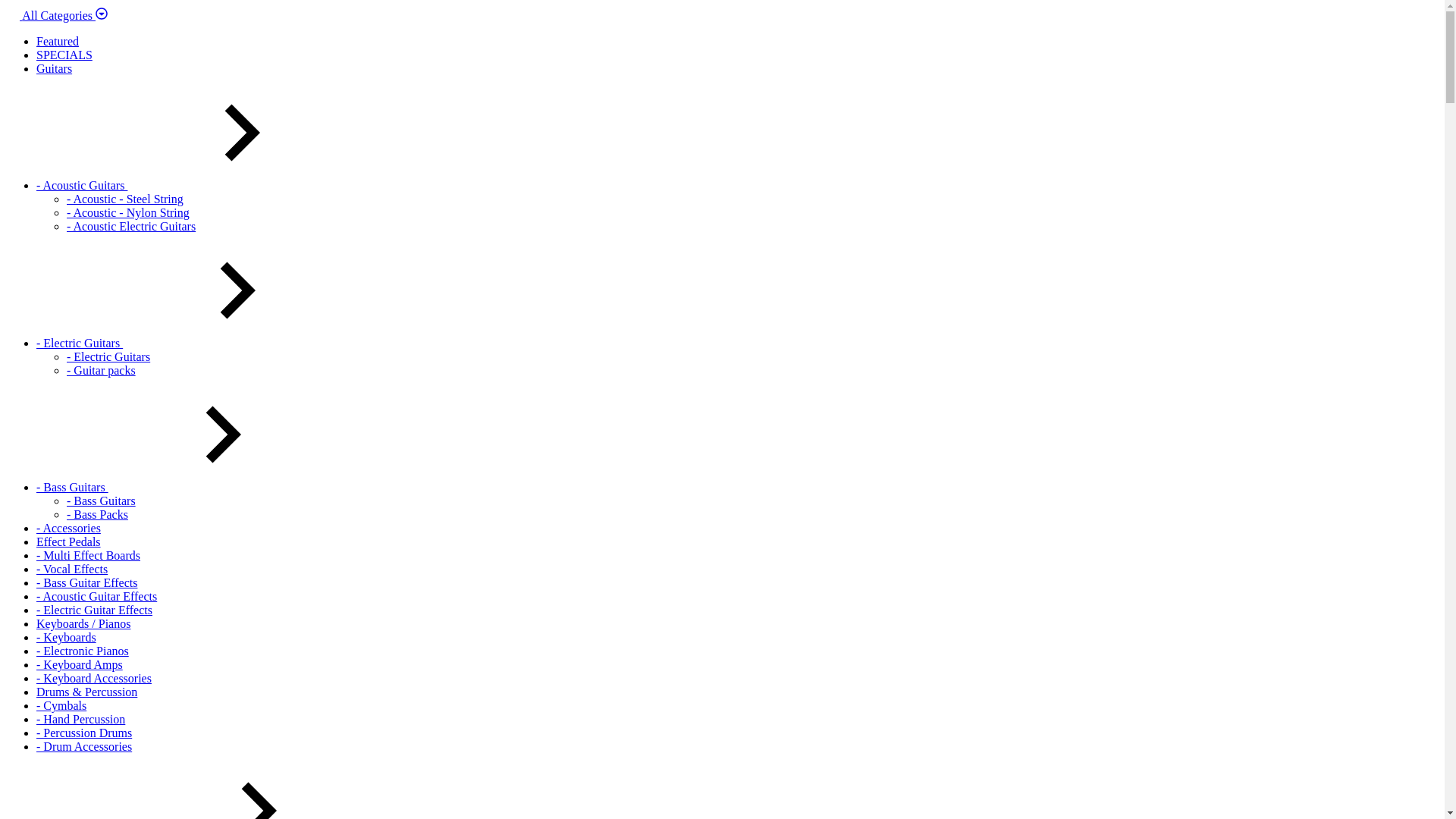 This screenshot has height=819, width=1456. I want to click on '- Keyboard Amps', so click(36, 664).